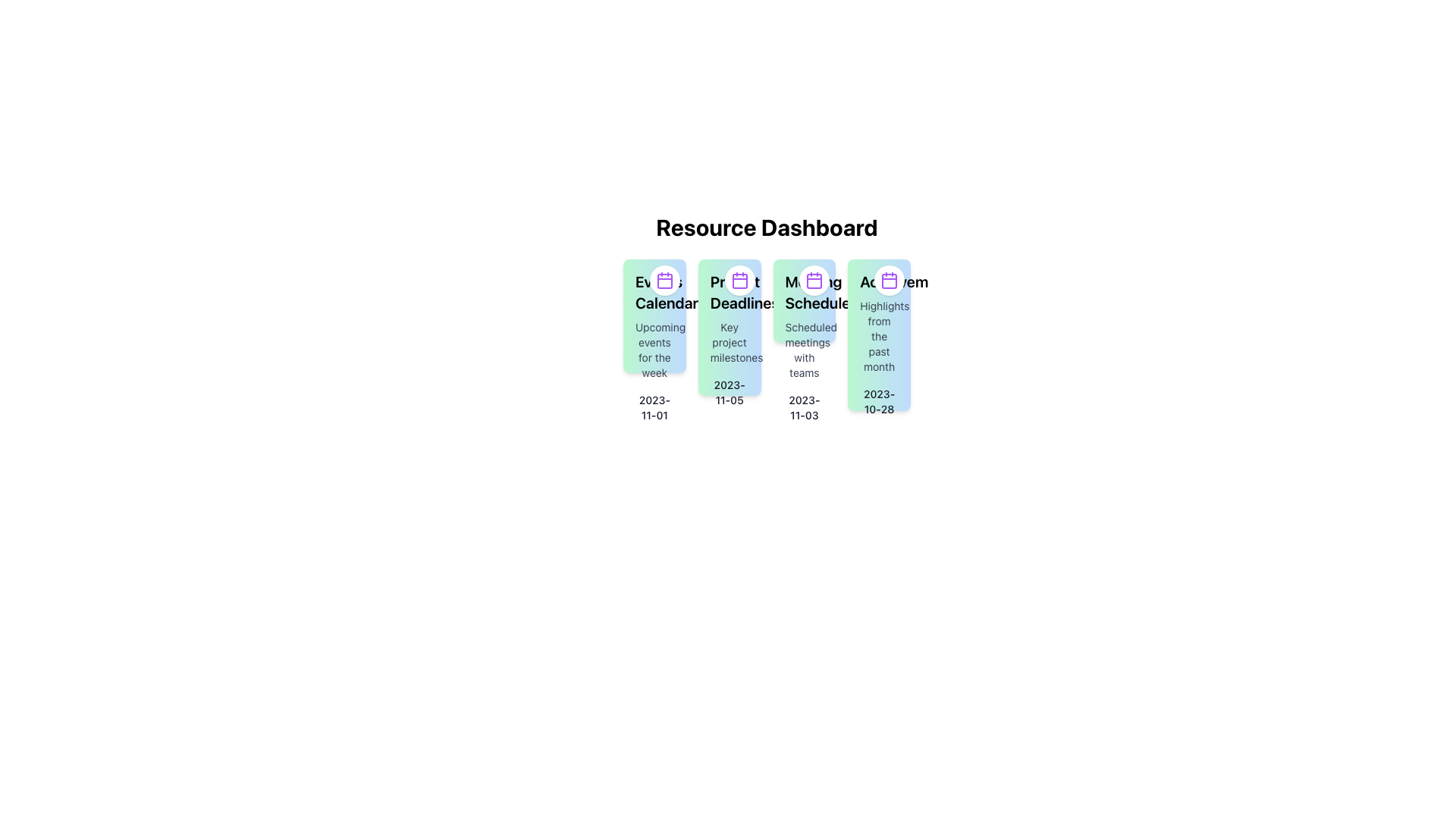  I want to click on the calendar icon located in the top-right corner of the third column card labeled 'Meeting Schedule', so click(814, 281).